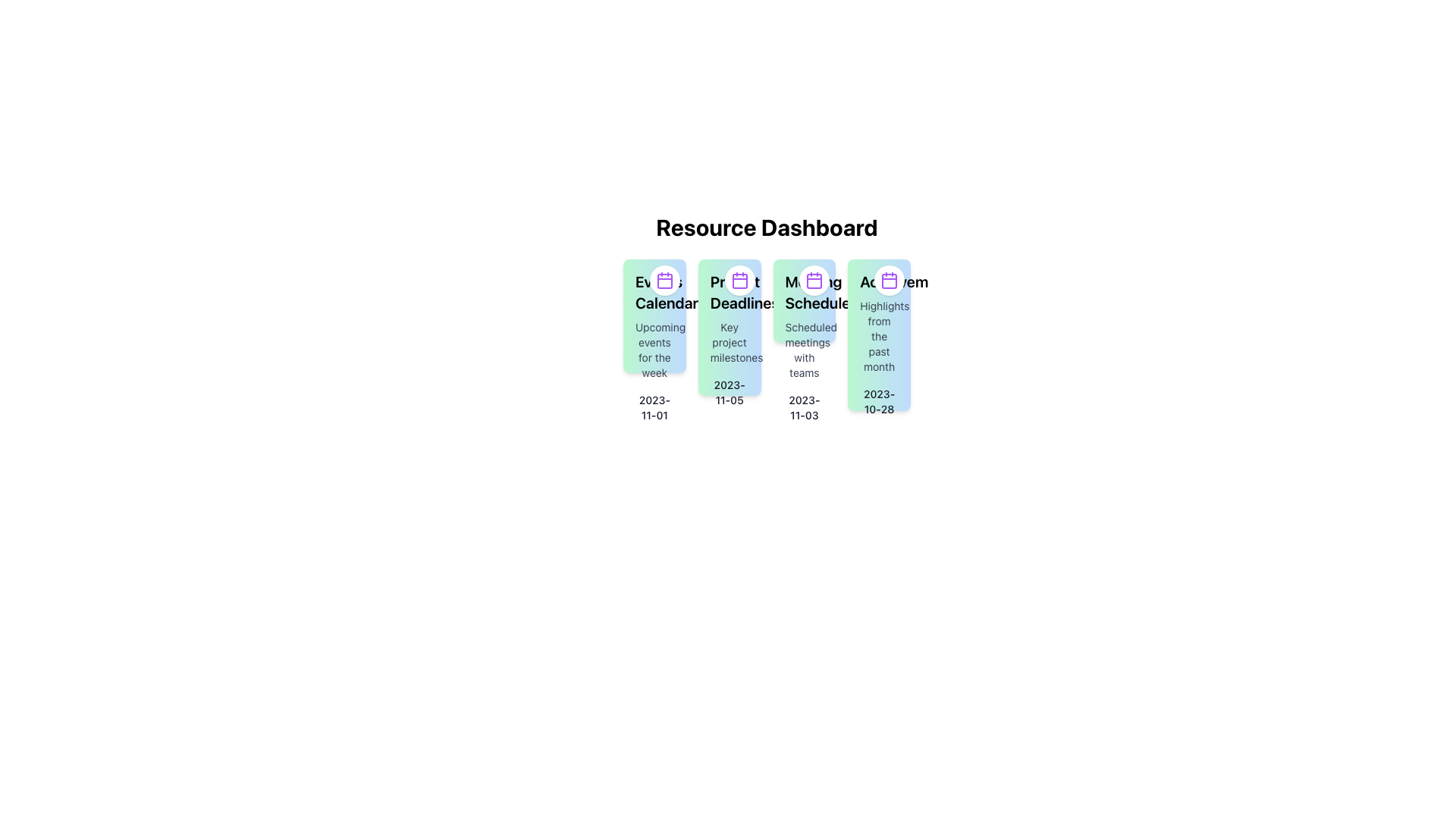  I want to click on the calendar icon located in the top-right corner of the third column card labeled 'Meeting Schedule', so click(814, 281).